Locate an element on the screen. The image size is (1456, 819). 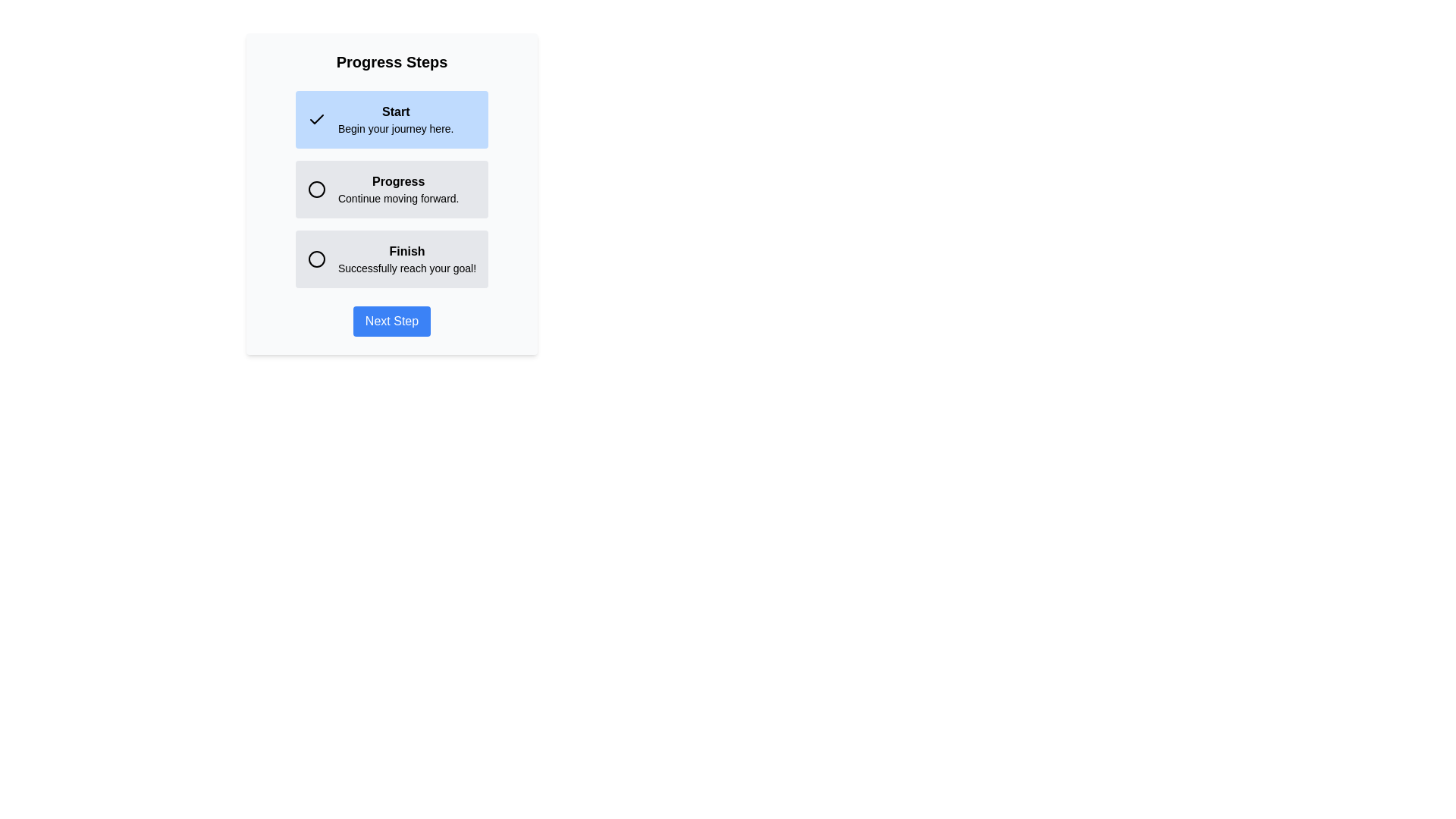
the Text Label providing descriptive information about the 'Progress' step, located directly below the 'Progress' title is located at coordinates (398, 198).